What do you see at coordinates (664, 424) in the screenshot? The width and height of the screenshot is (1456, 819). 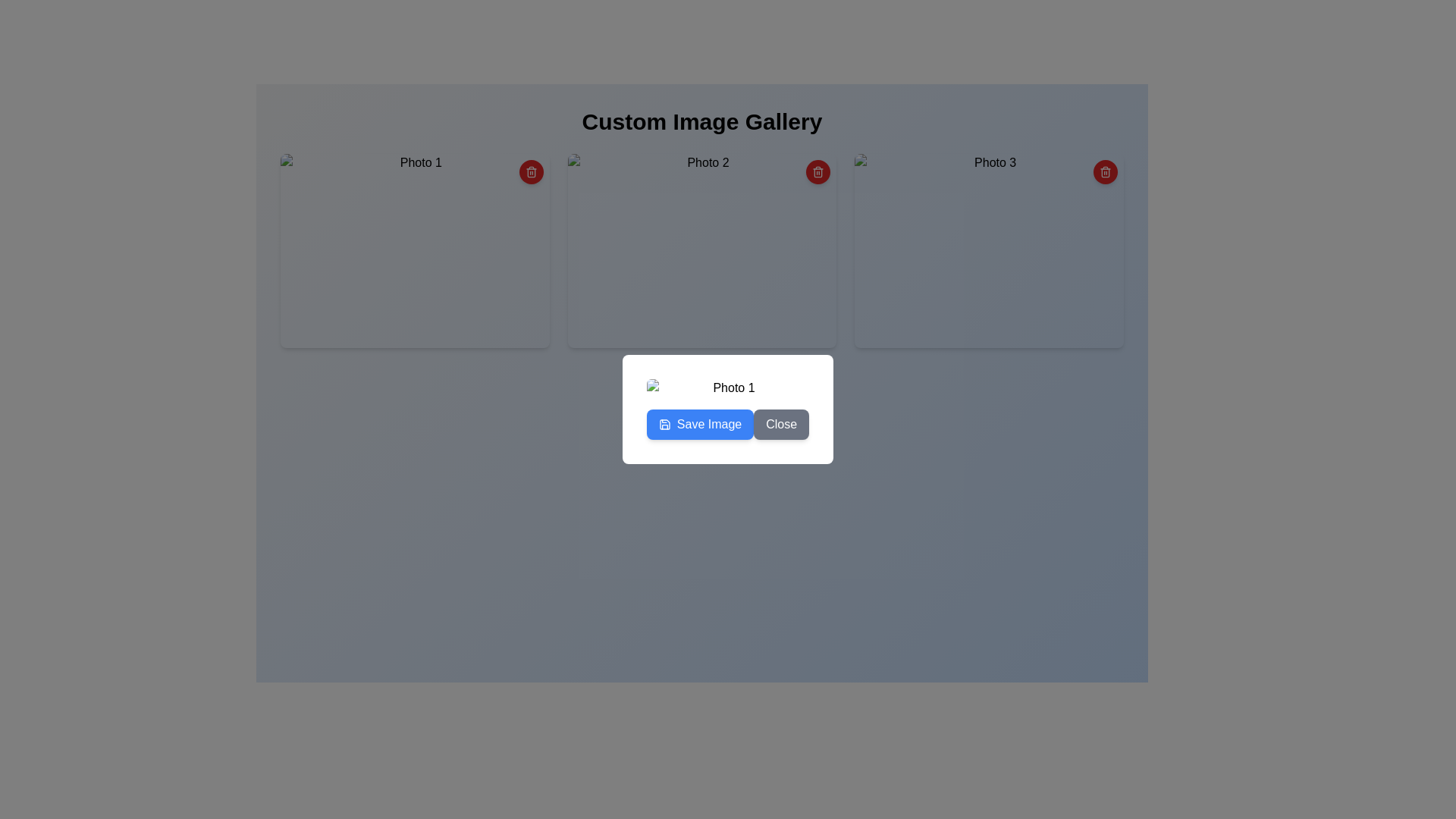 I see `the blue save icon located to the left of the 'Save Image' text within the button` at bounding box center [664, 424].